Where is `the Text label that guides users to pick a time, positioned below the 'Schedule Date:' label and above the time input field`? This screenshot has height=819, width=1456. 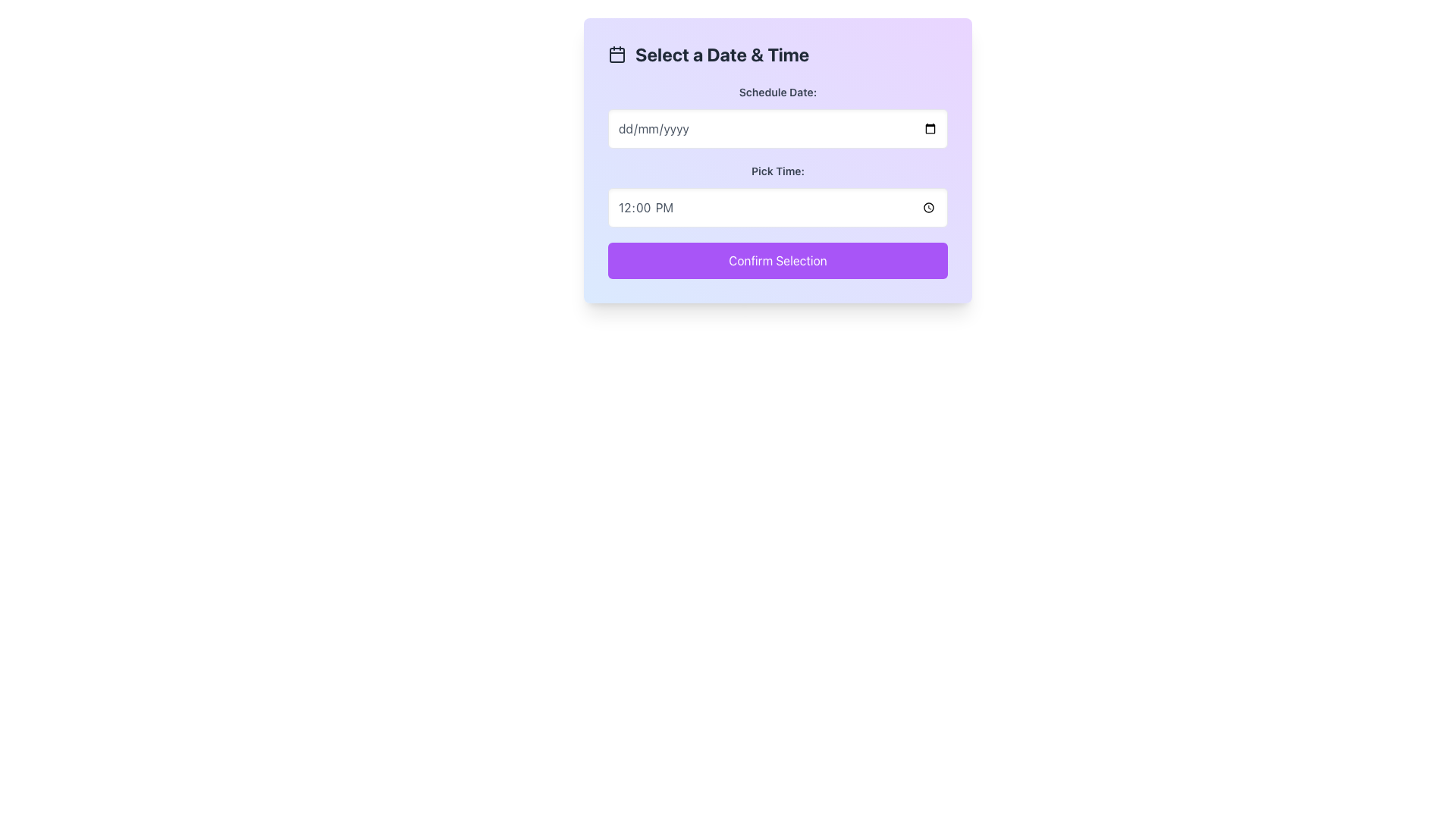 the Text label that guides users to pick a time, positioned below the 'Schedule Date:' label and above the time input field is located at coordinates (778, 171).